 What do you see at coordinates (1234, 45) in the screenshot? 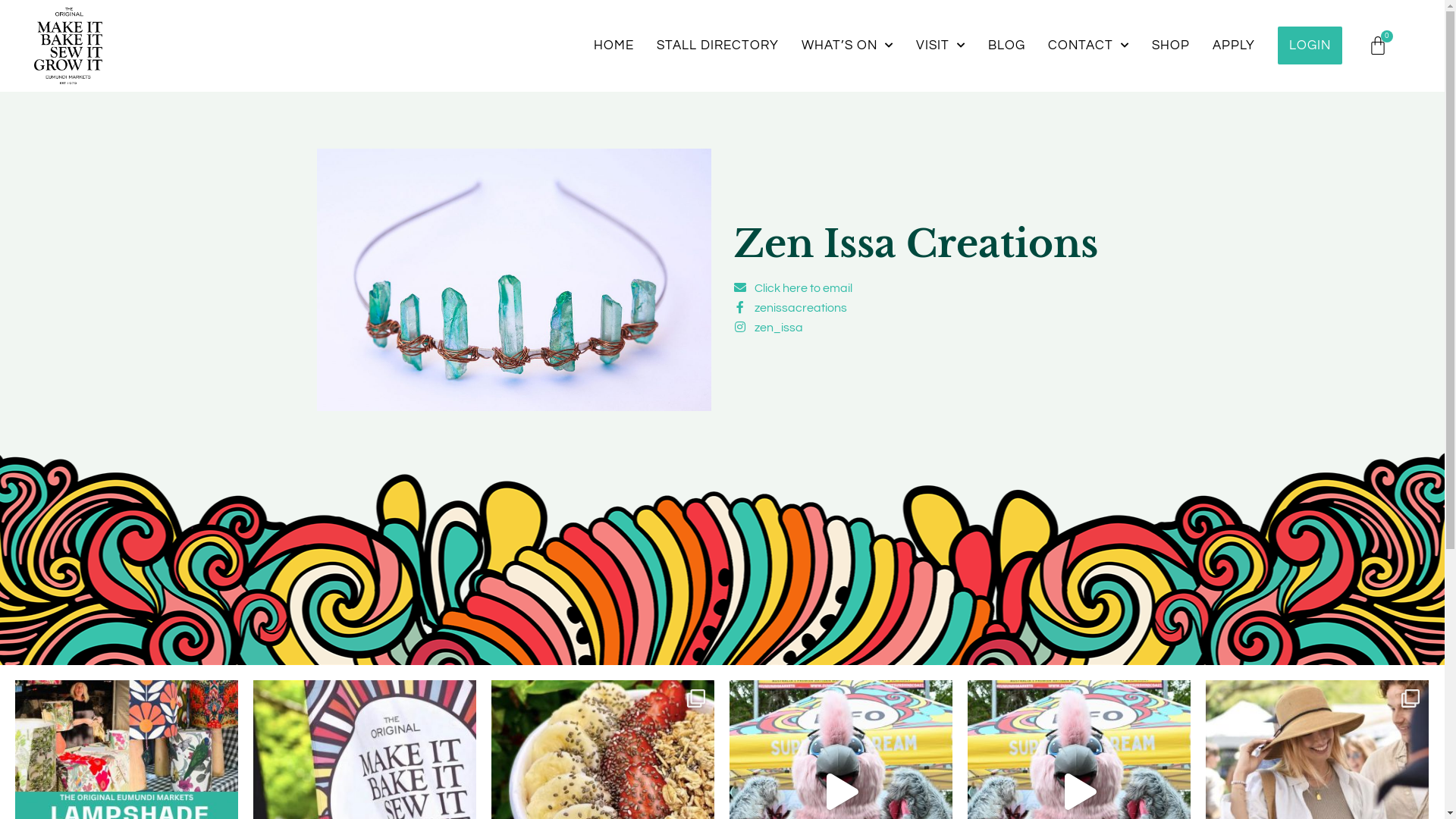
I see `'APPLY'` at bounding box center [1234, 45].